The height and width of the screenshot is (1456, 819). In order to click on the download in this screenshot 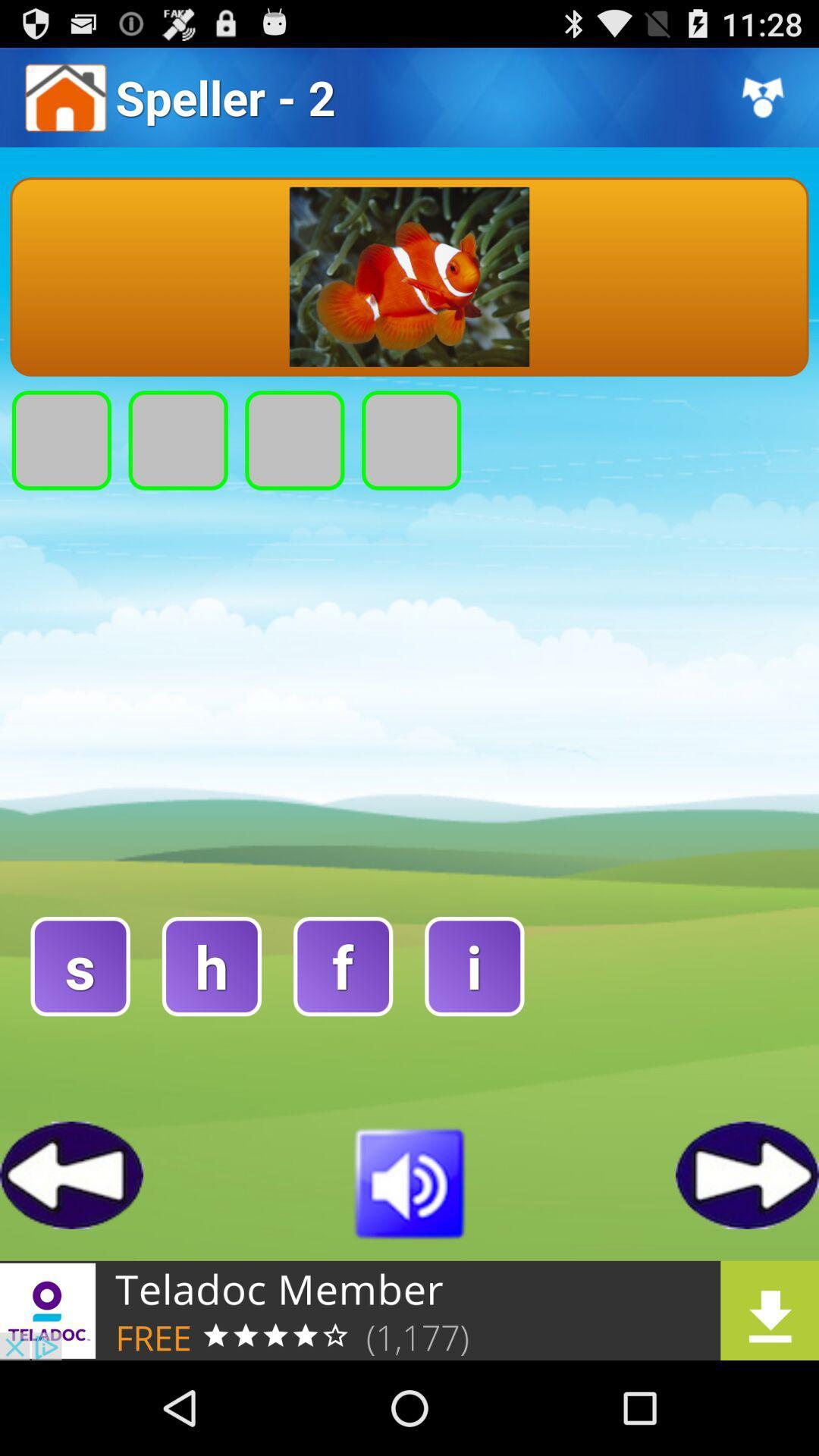, I will do `click(409, 1310)`.